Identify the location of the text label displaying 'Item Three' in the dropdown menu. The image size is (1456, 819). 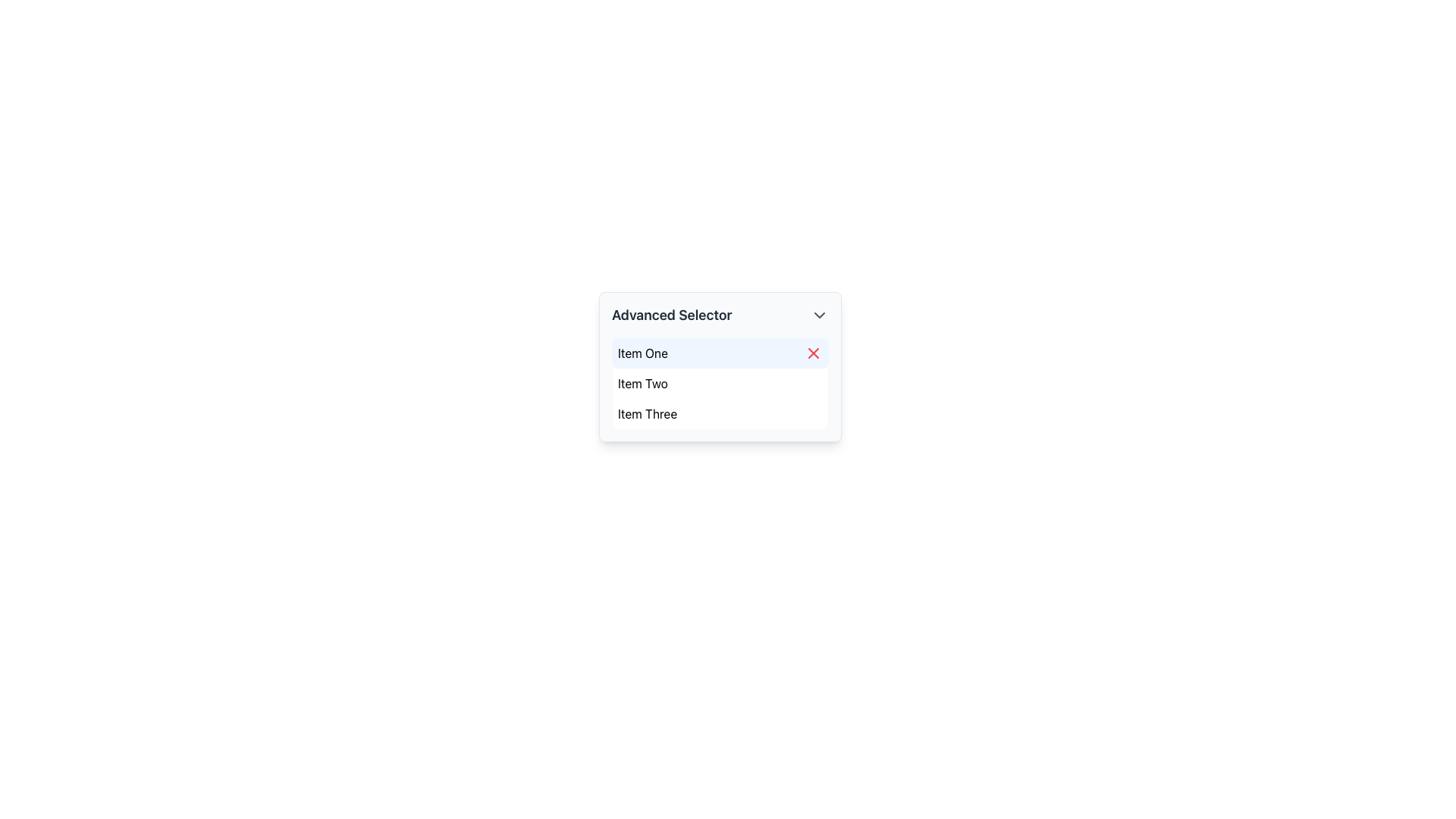
(648, 414).